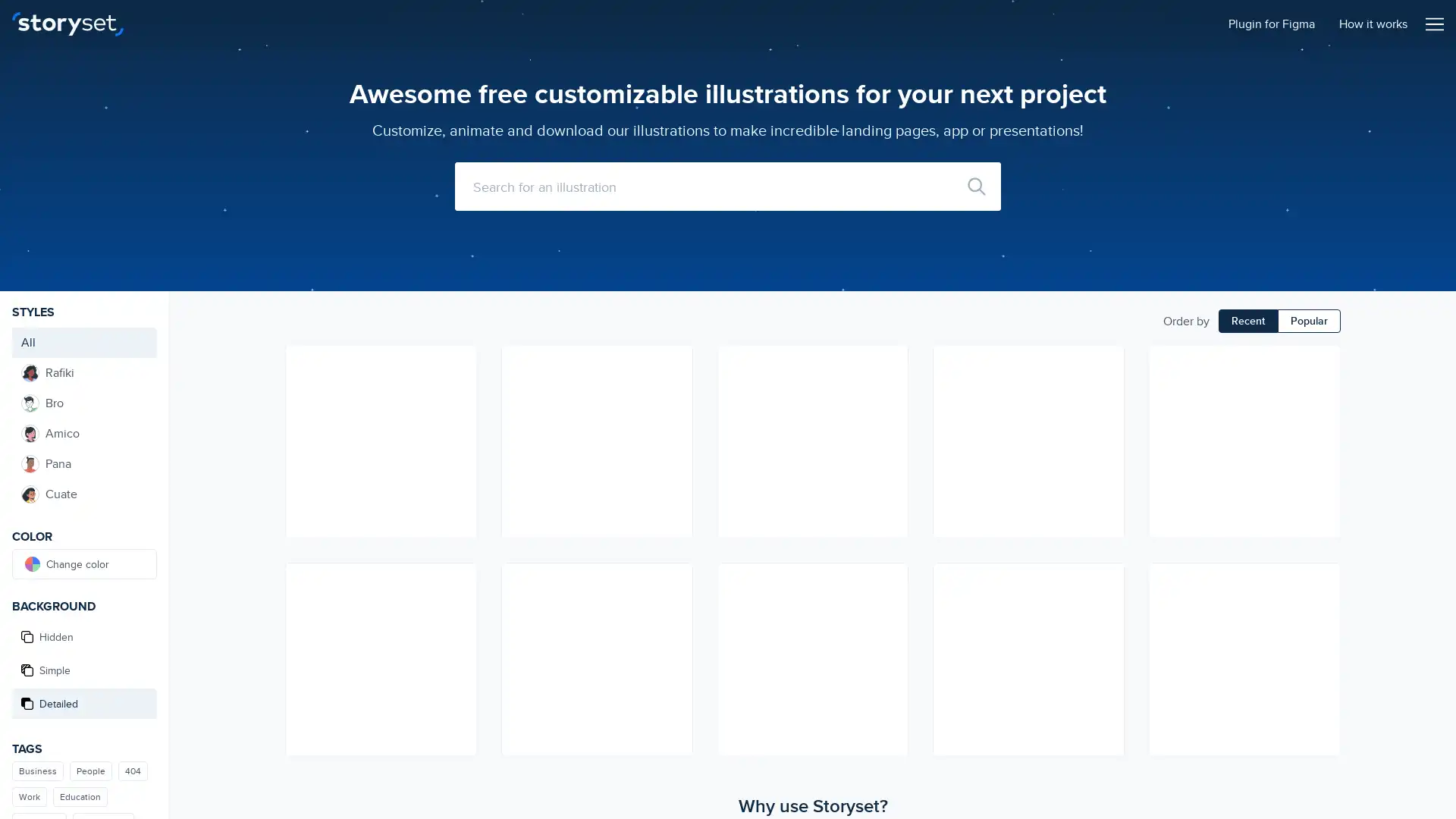 The height and width of the screenshot is (819, 1456). What do you see at coordinates (889, 635) in the screenshot?
I see `Pinterest icon Save` at bounding box center [889, 635].